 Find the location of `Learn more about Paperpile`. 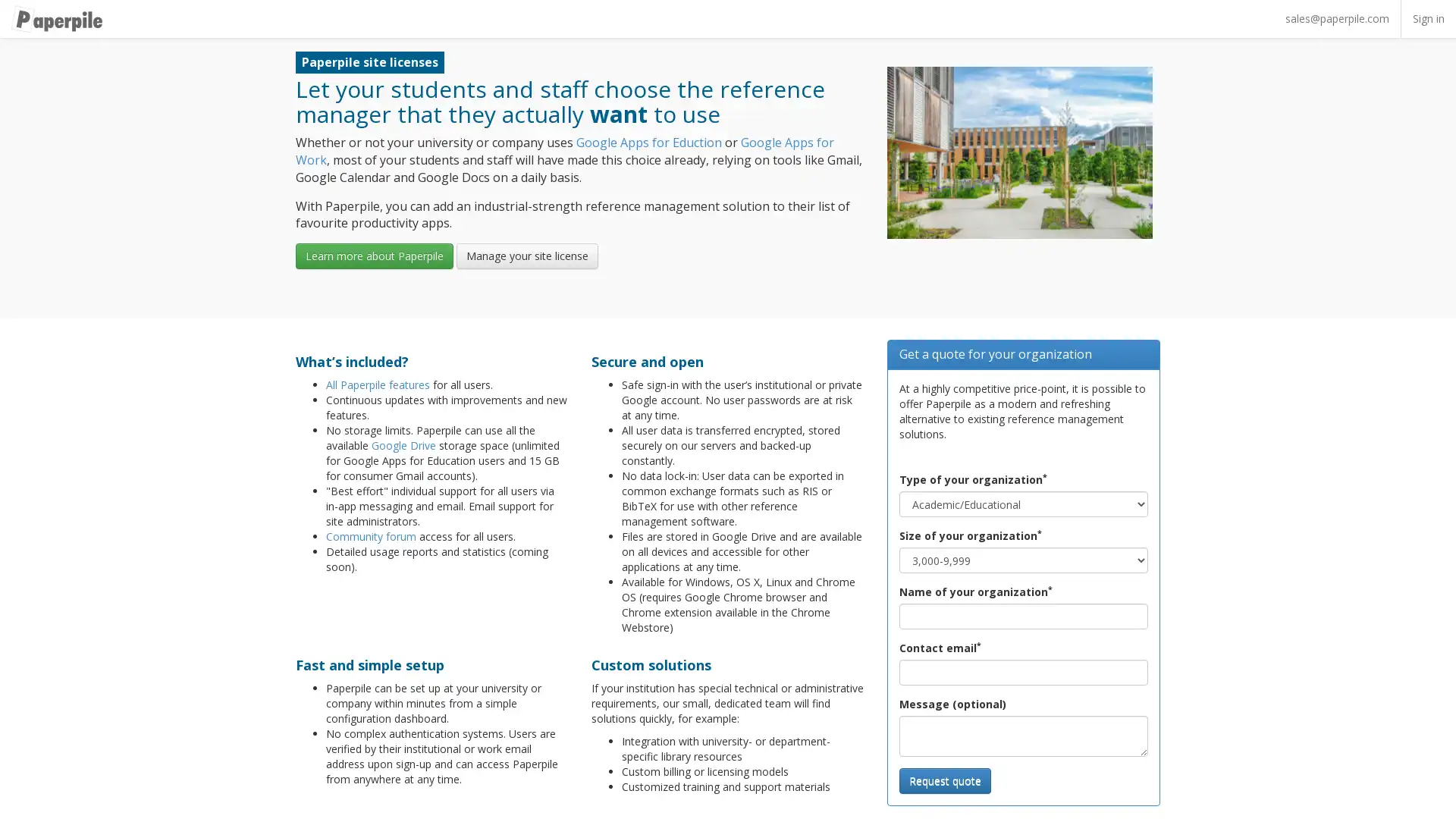

Learn more about Paperpile is located at coordinates (375, 256).